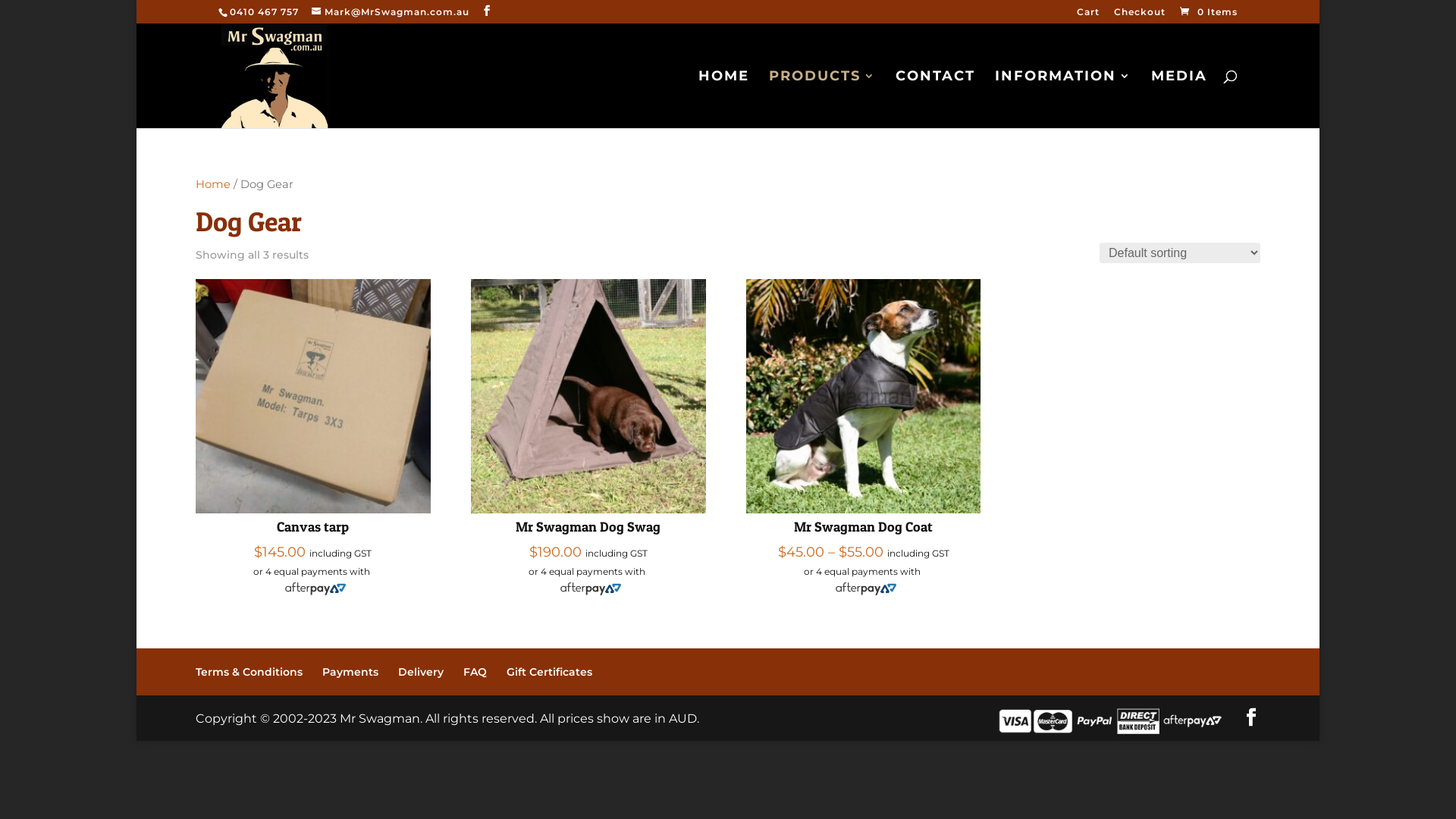 Image resolution: width=1456 pixels, height=819 pixels. What do you see at coordinates (548, 671) in the screenshot?
I see `'Gift Certificates'` at bounding box center [548, 671].